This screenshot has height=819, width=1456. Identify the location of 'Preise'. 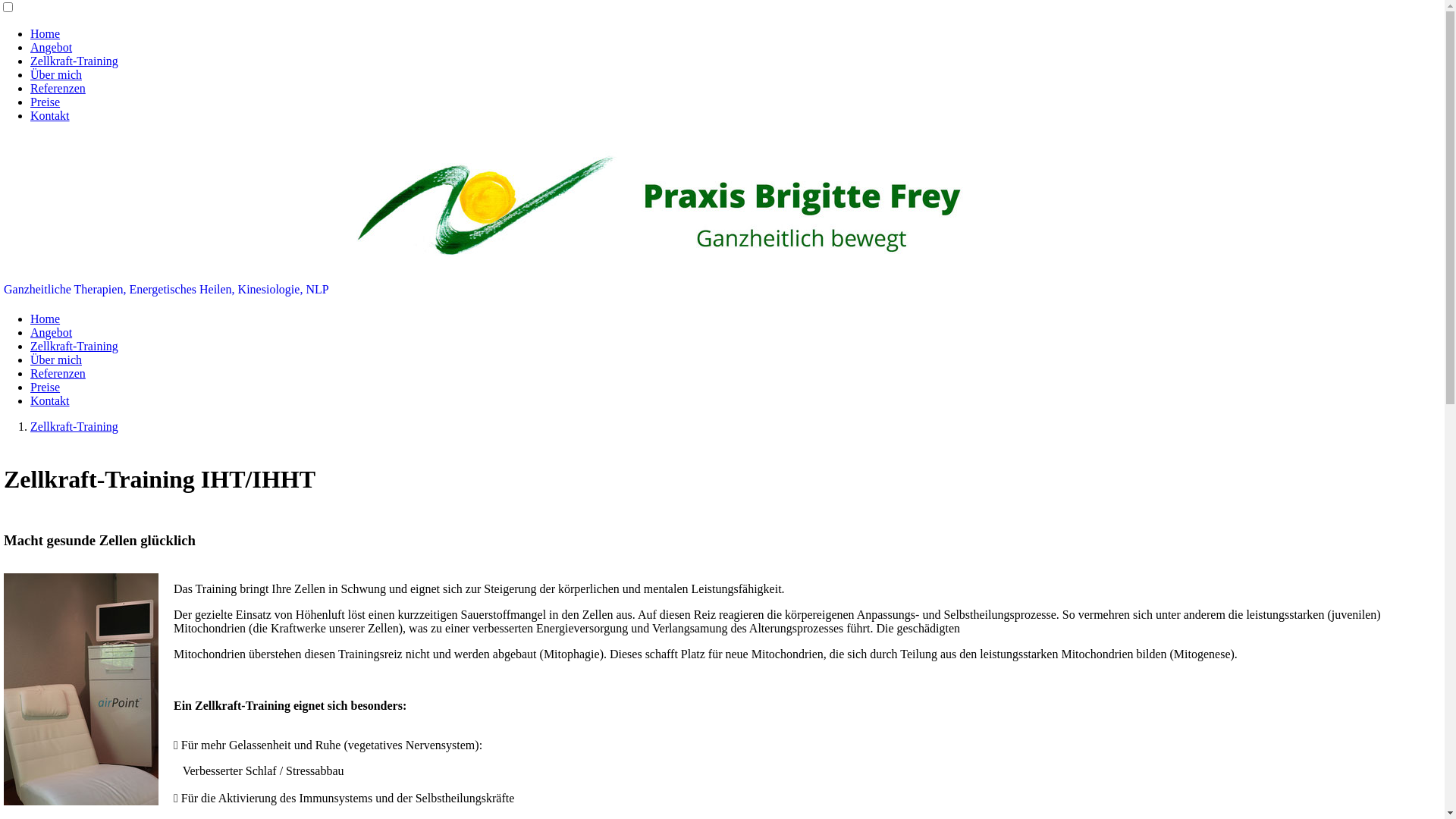
(45, 386).